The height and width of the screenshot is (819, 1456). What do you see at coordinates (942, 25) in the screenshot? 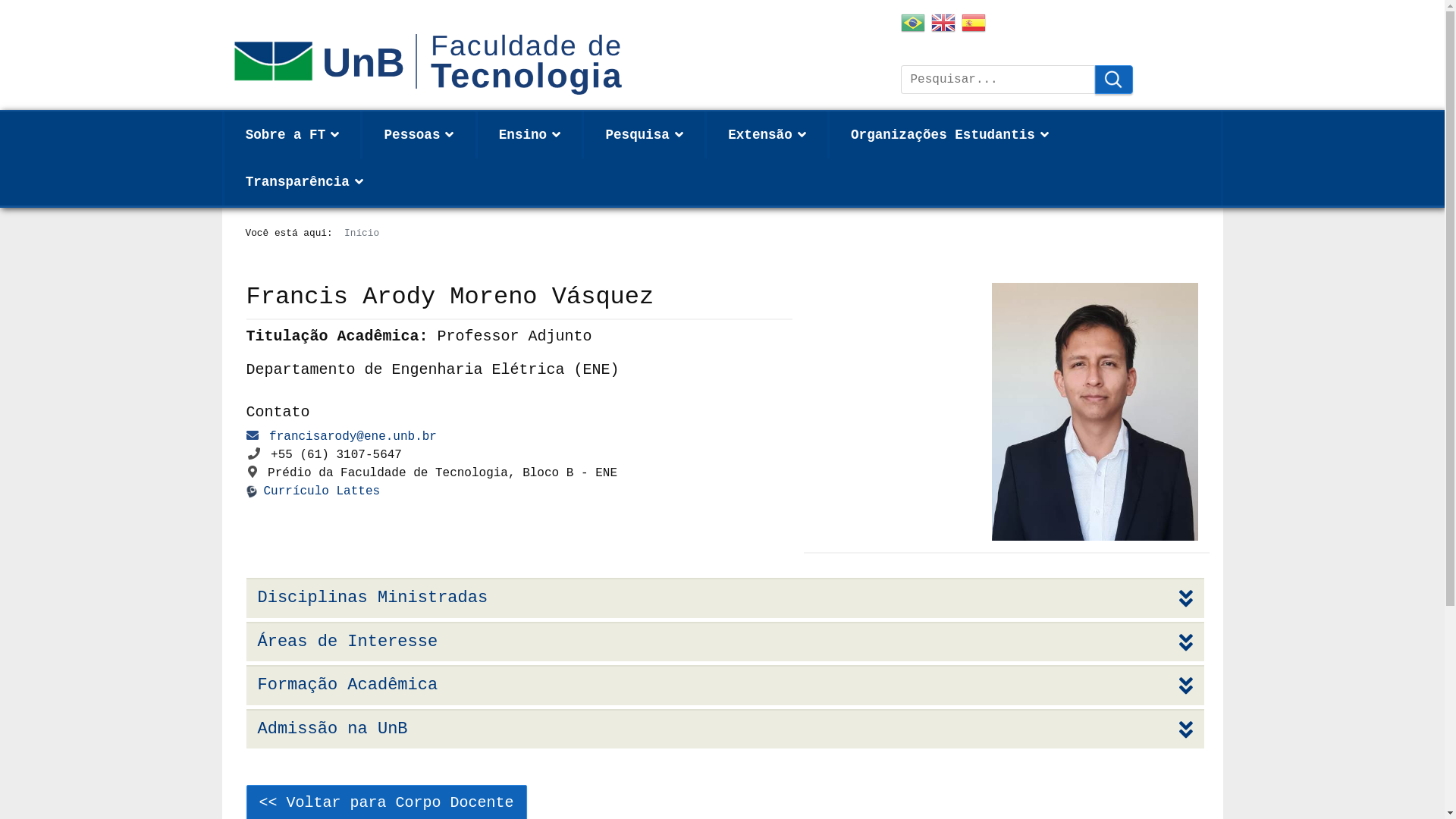
I see `'English'` at bounding box center [942, 25].